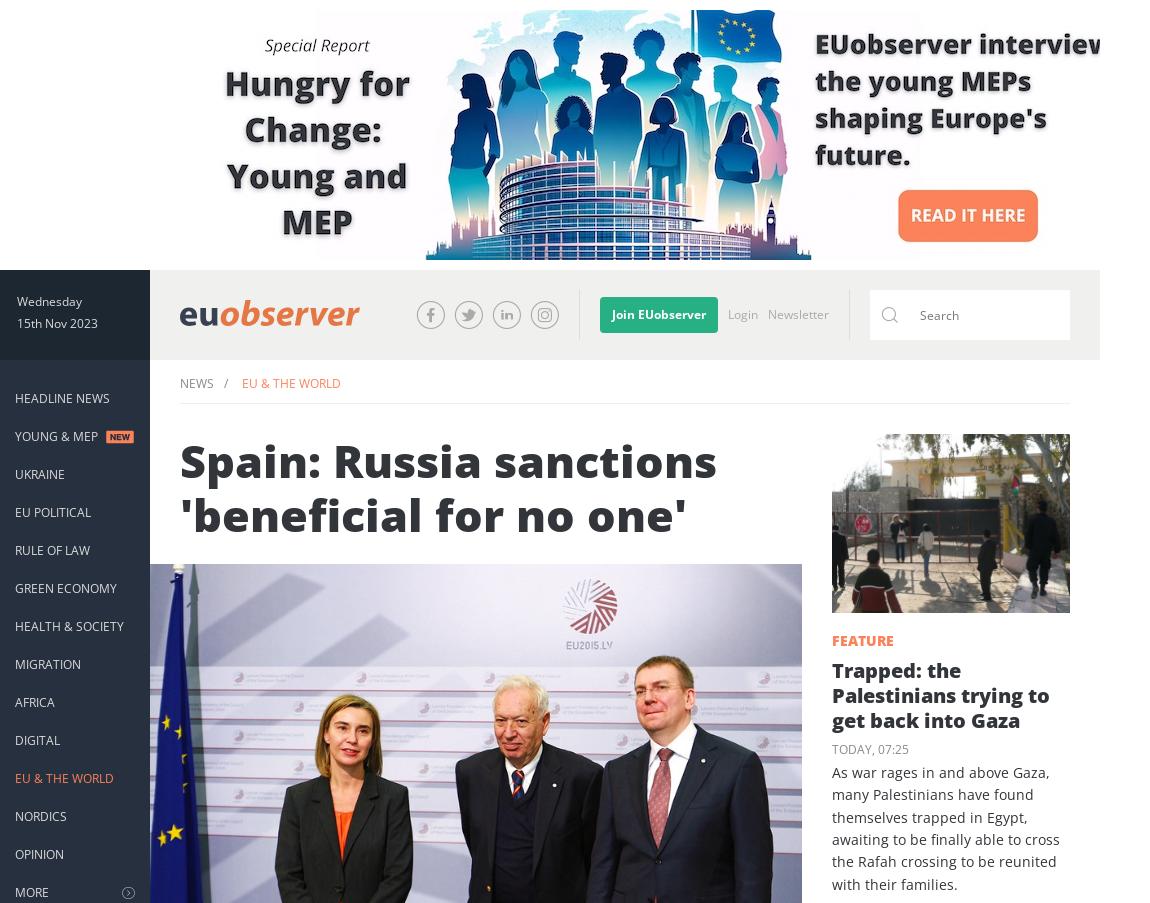 The width and height of the screenshot is (1150, 903). What do you see at coordinates (861, 639) in the screenshot?
I see `'Feature'` at bounding box center [861, 639].